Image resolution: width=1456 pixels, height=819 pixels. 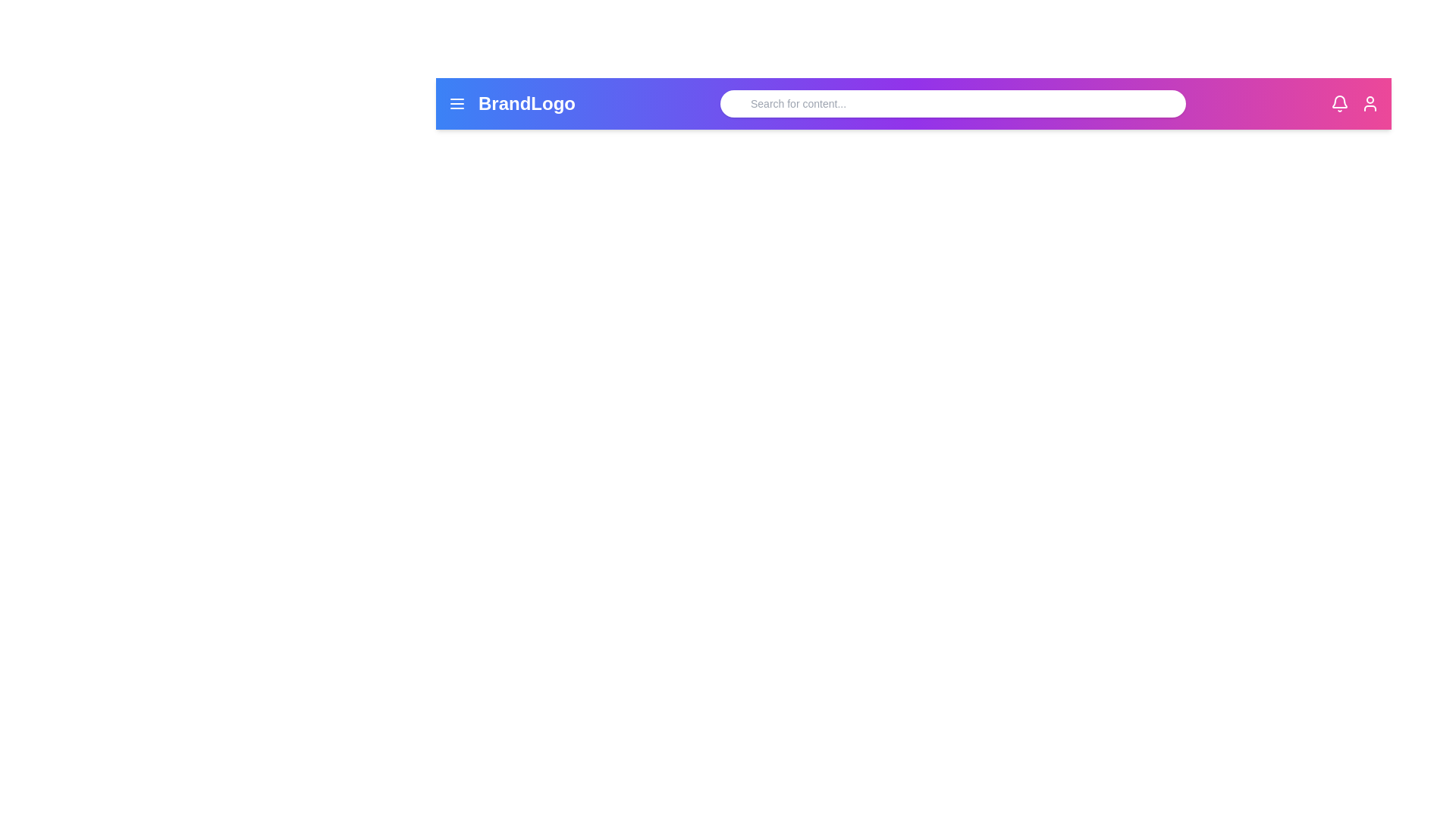 I want to click on the menu icon to toggle the menu, so click(x=457, y=103).